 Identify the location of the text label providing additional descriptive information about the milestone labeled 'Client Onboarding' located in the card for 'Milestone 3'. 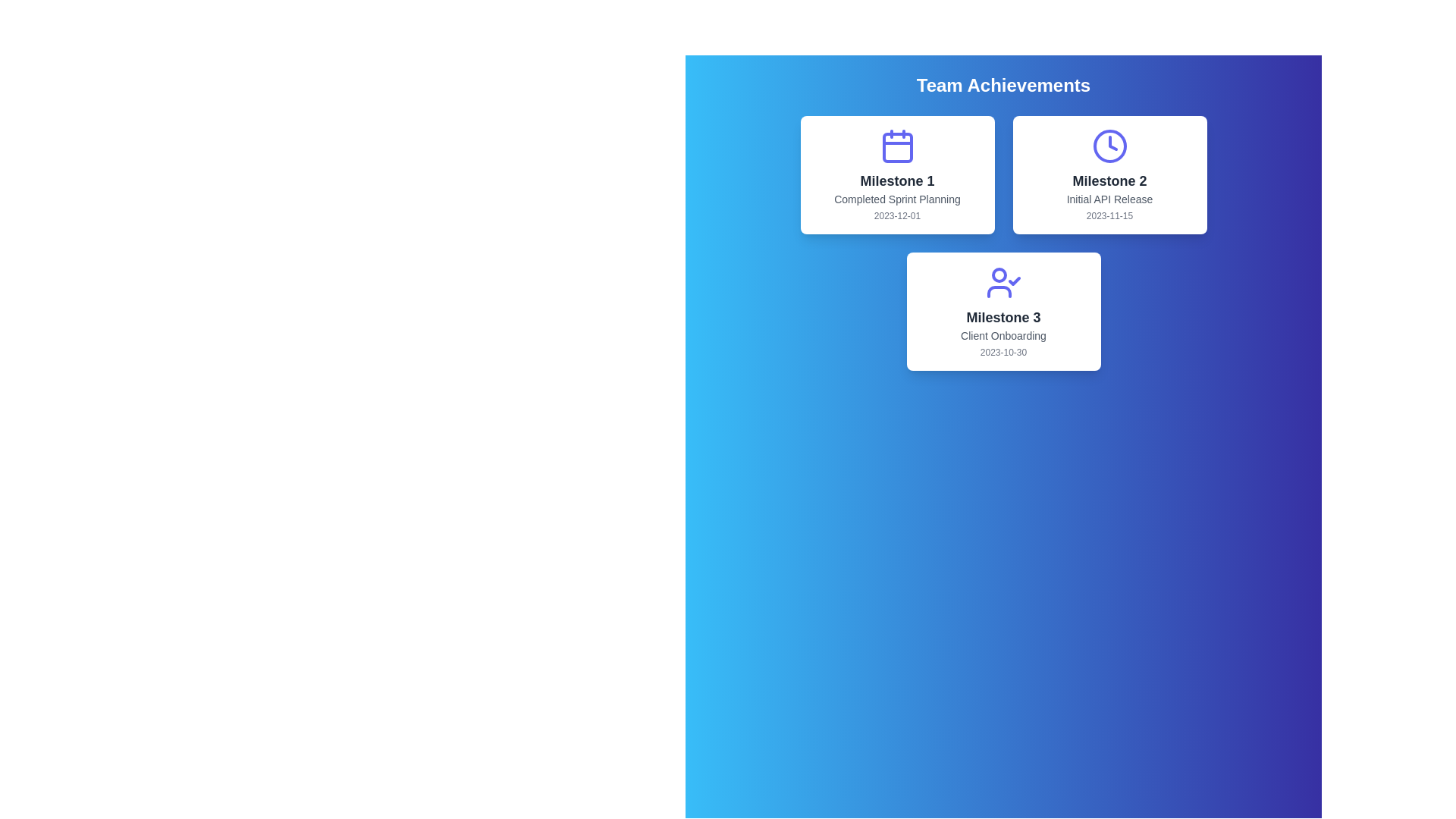
(1003, 335).